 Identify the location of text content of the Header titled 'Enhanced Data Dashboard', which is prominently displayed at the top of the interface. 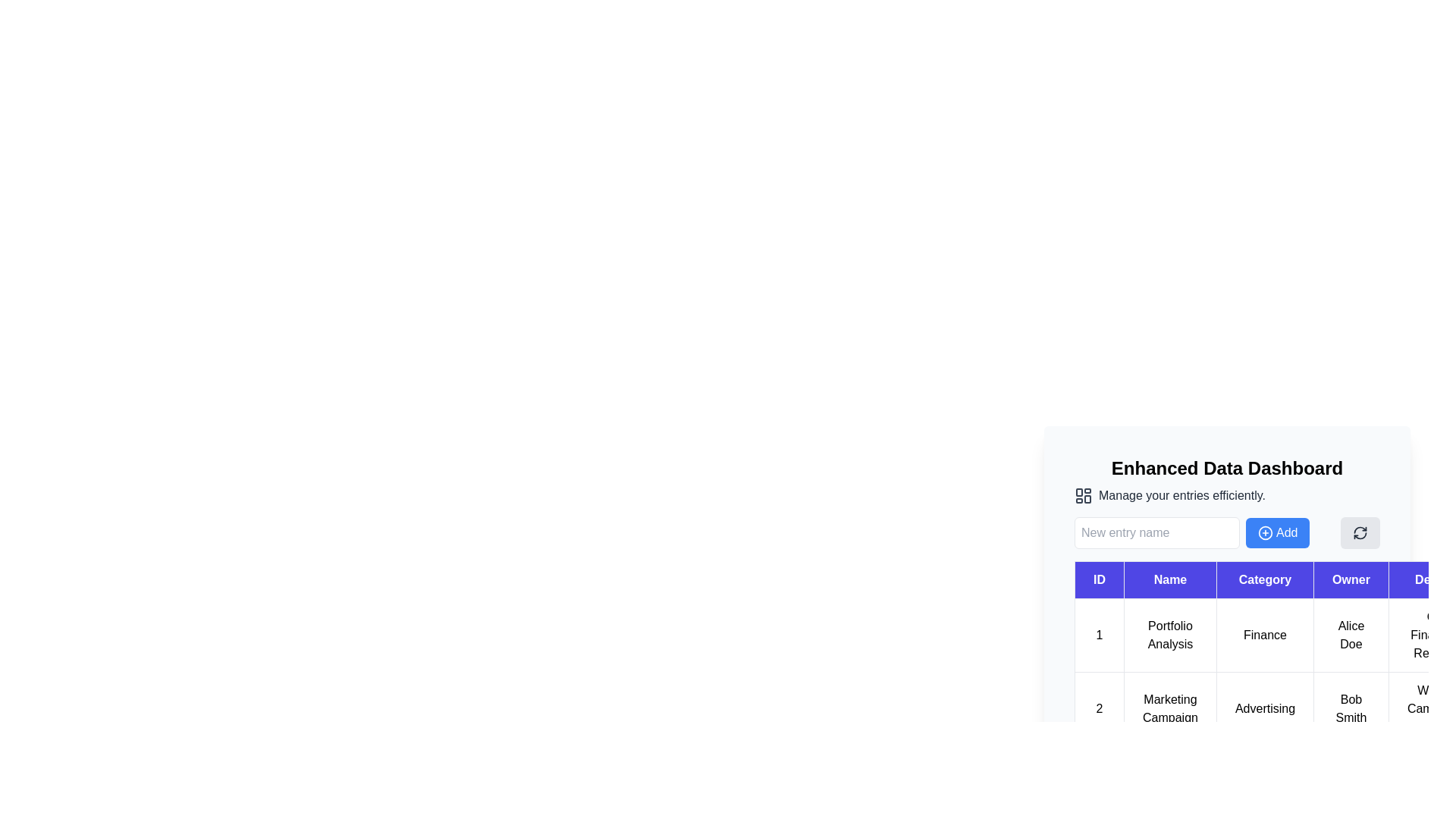
(1227, 467).